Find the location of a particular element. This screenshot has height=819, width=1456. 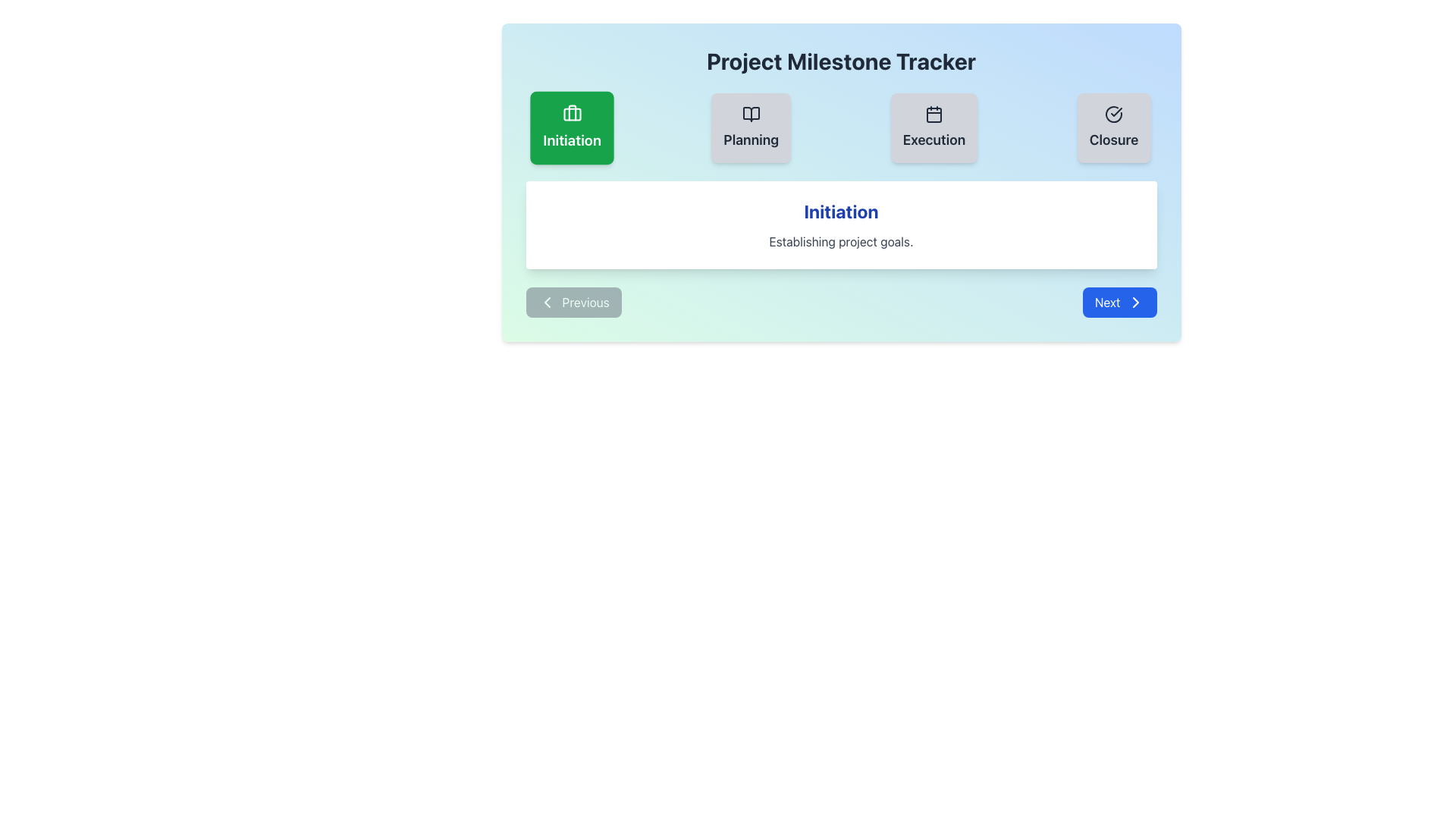

the circular decorative icon with a checkmark inside, located in the 'Closure' box at the top right of the milestone tracker interface is located at coordinates (1114, 113).